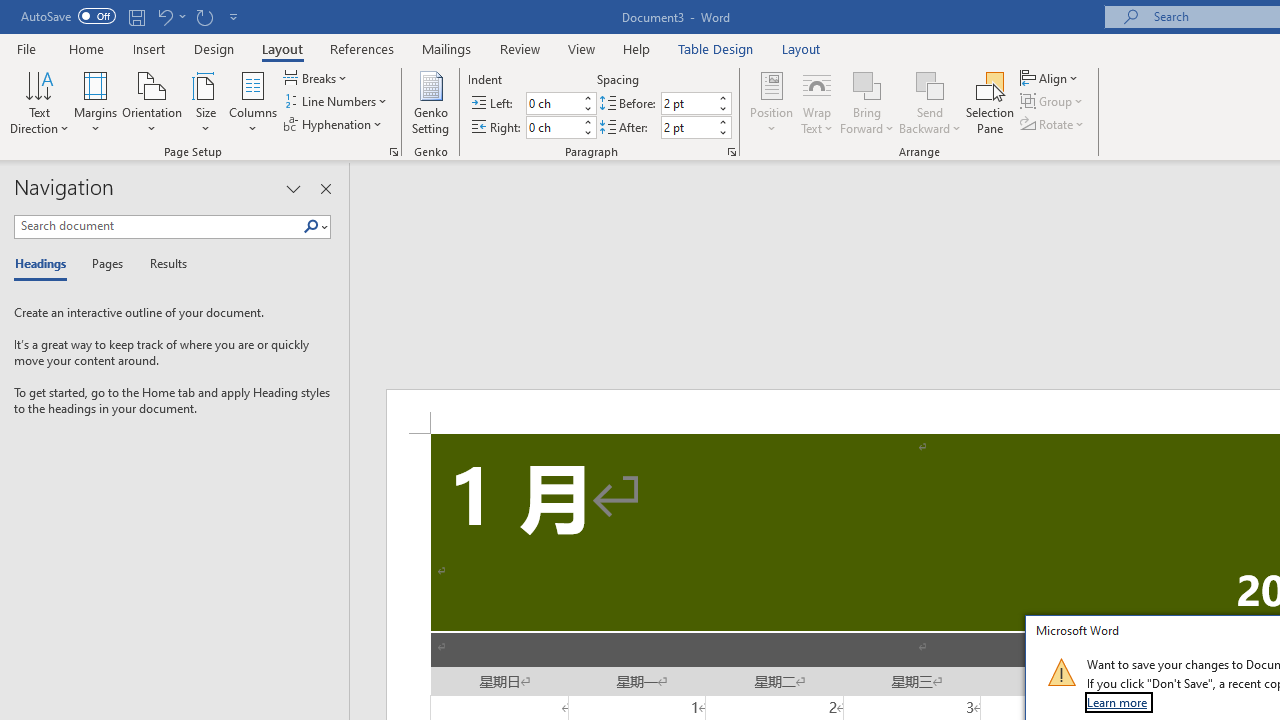  What do you see at coordinates (929, 103) in the screenshot?
I see `'Send Backward'` at bounding box center [929, 103].